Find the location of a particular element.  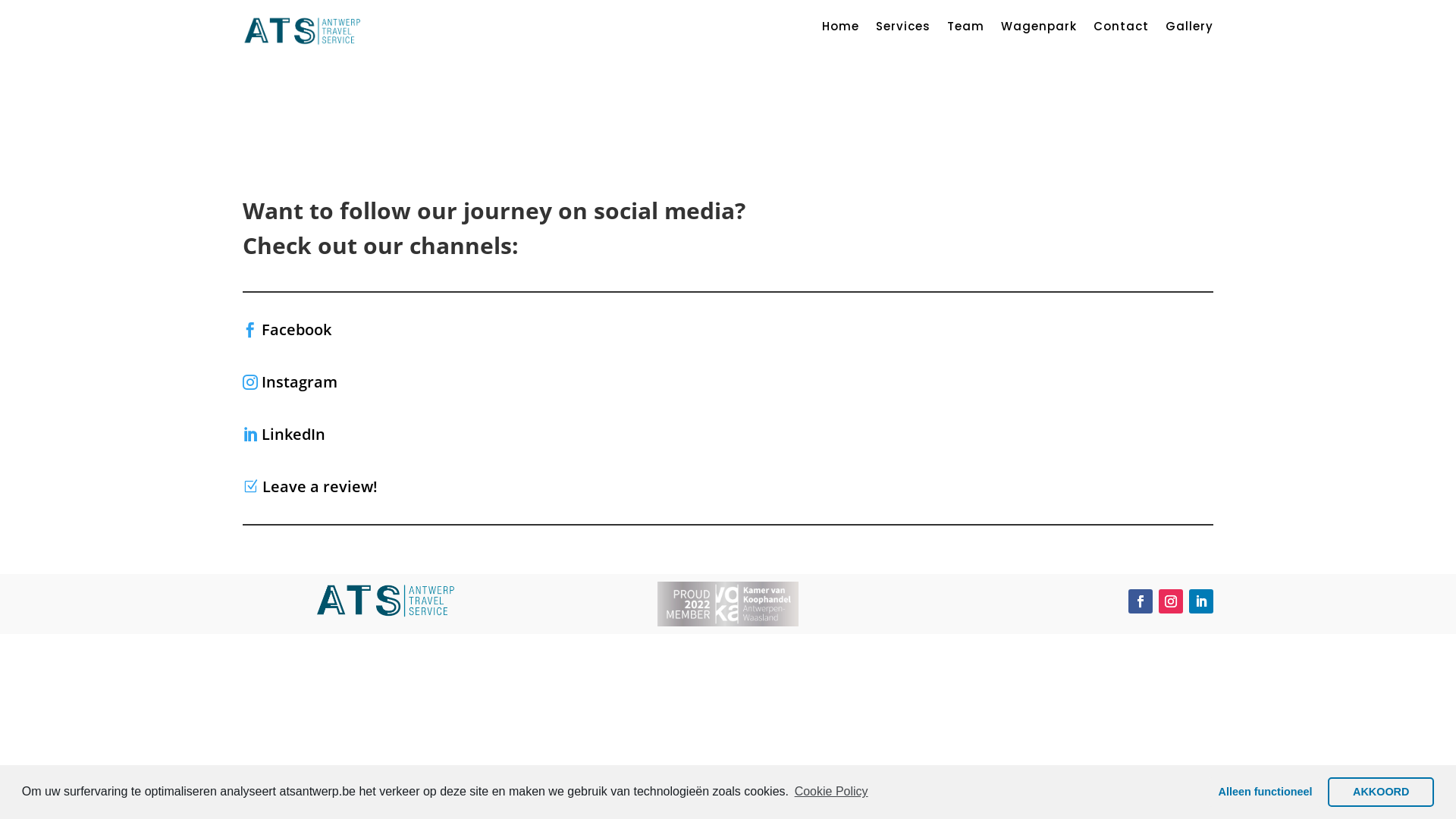

'Team' is located at coordinates (965, 29).